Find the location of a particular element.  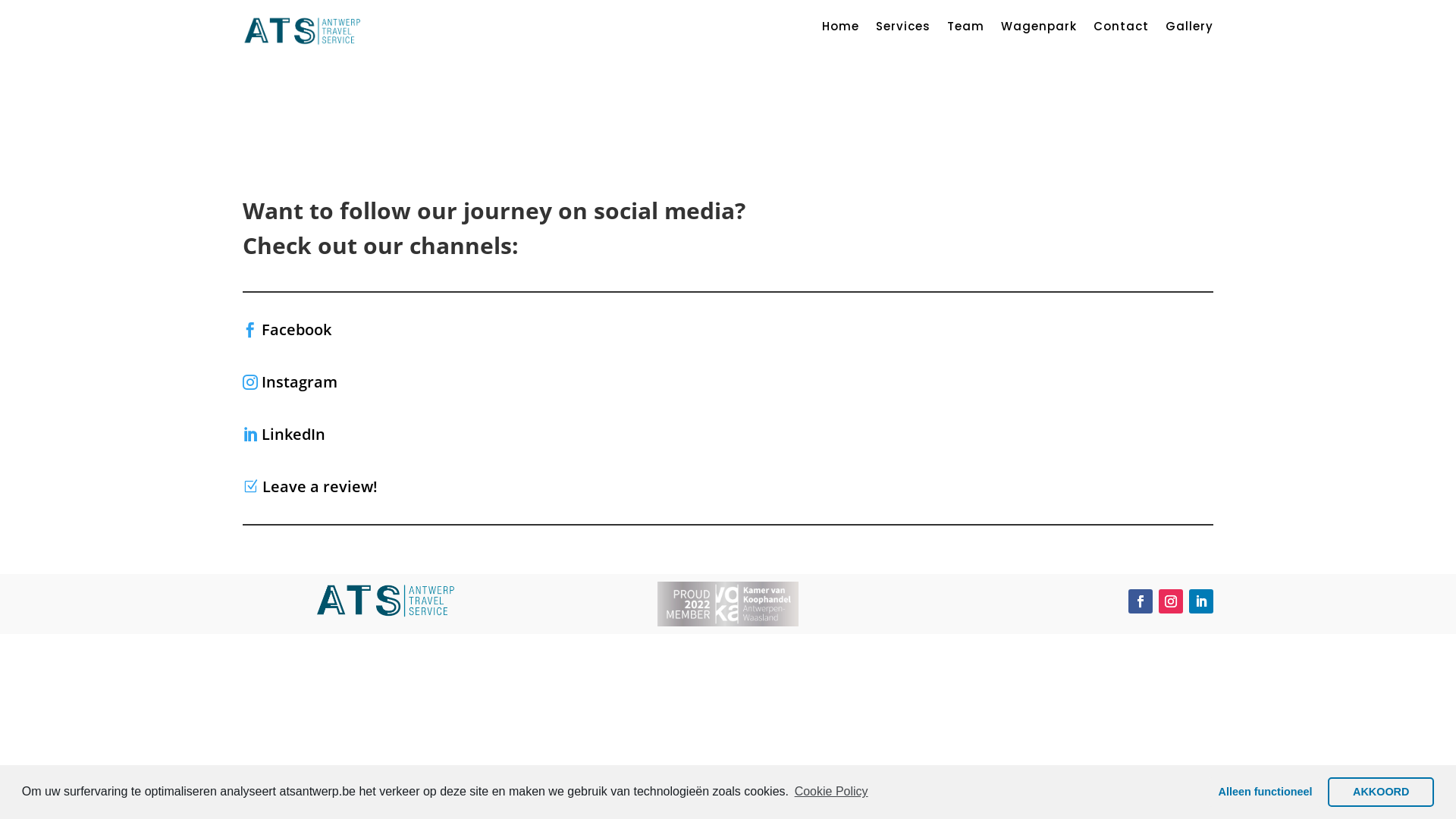

'Team' is located at coordinates (965, 29).